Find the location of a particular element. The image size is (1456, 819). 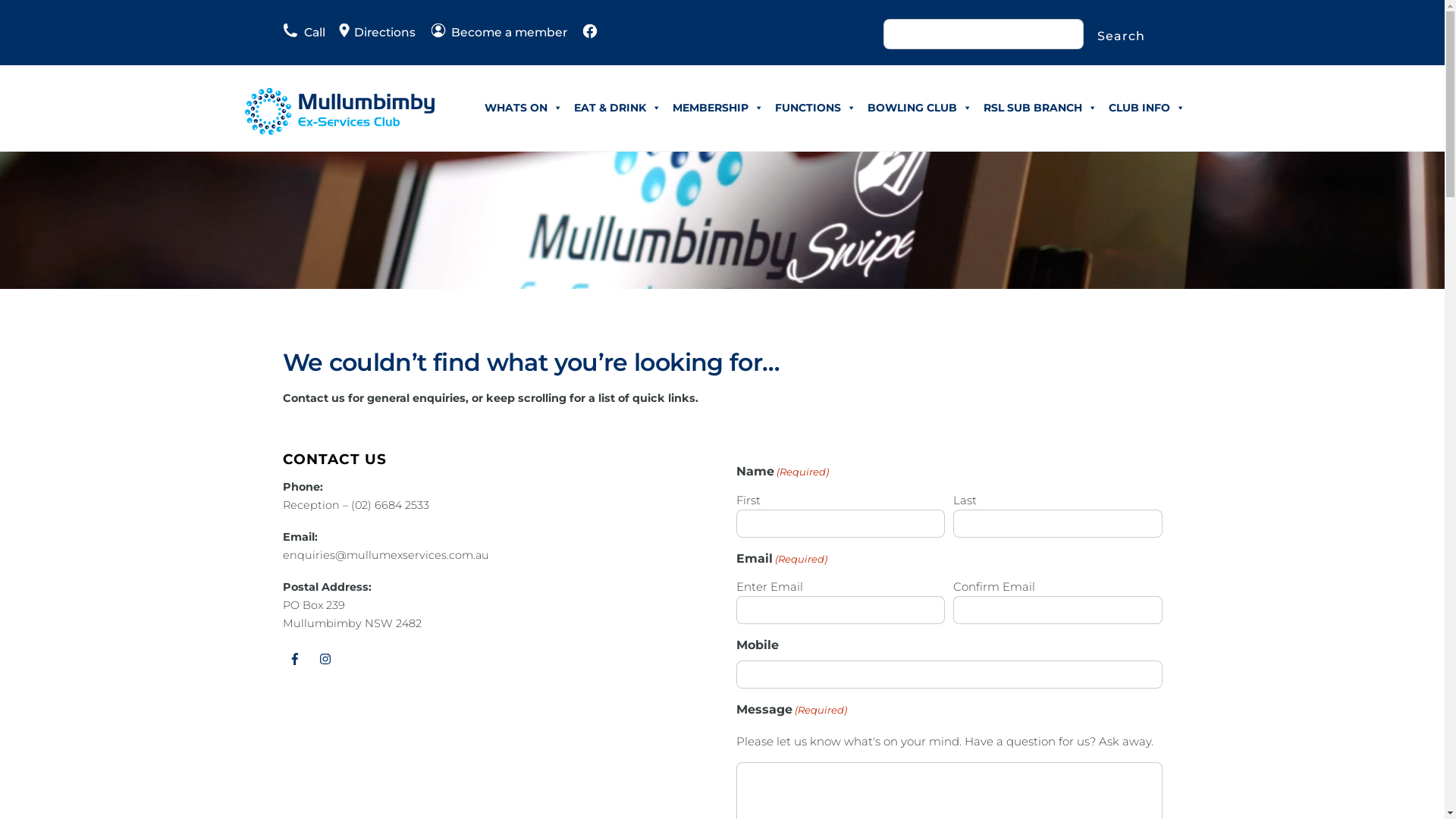

'Call' is located at coordinates (303, 32).